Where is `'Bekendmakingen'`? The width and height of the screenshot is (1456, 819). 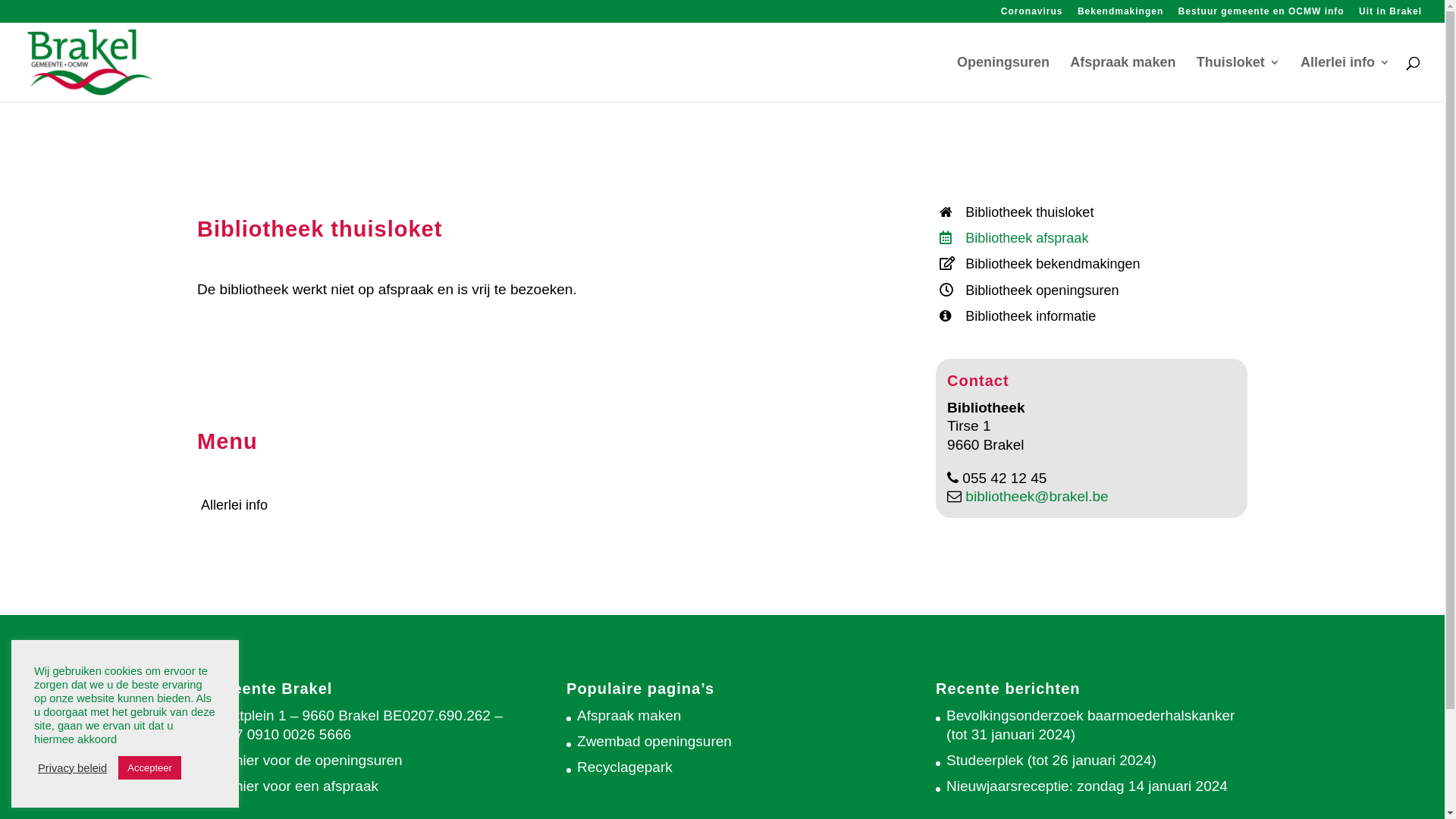
'Bekendmakingen' is located at coordinates (1076, 14).